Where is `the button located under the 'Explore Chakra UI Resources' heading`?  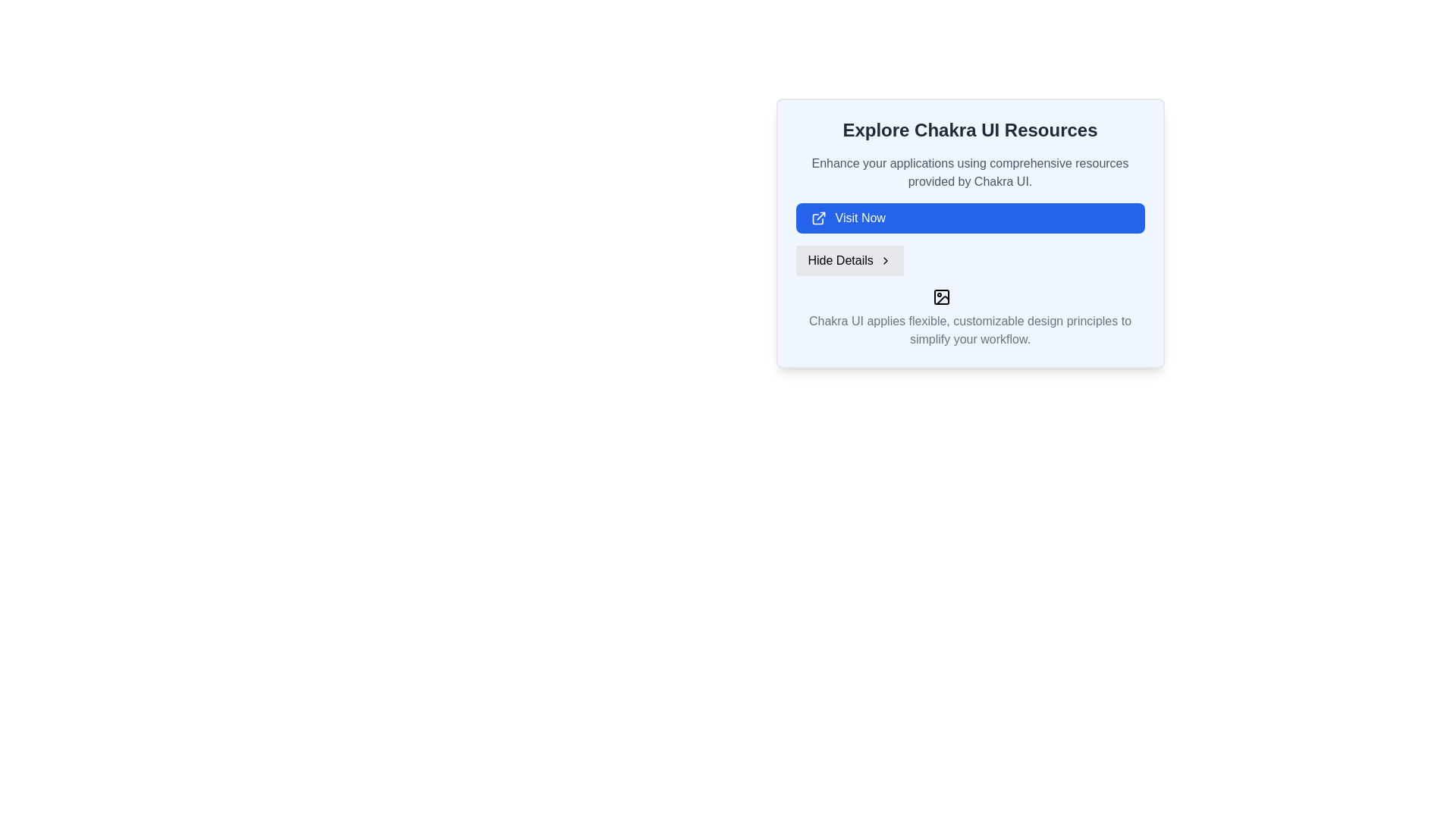
the button located under the 'Explore Chakra UI Resources' heading is located at coordinates (969, 234).